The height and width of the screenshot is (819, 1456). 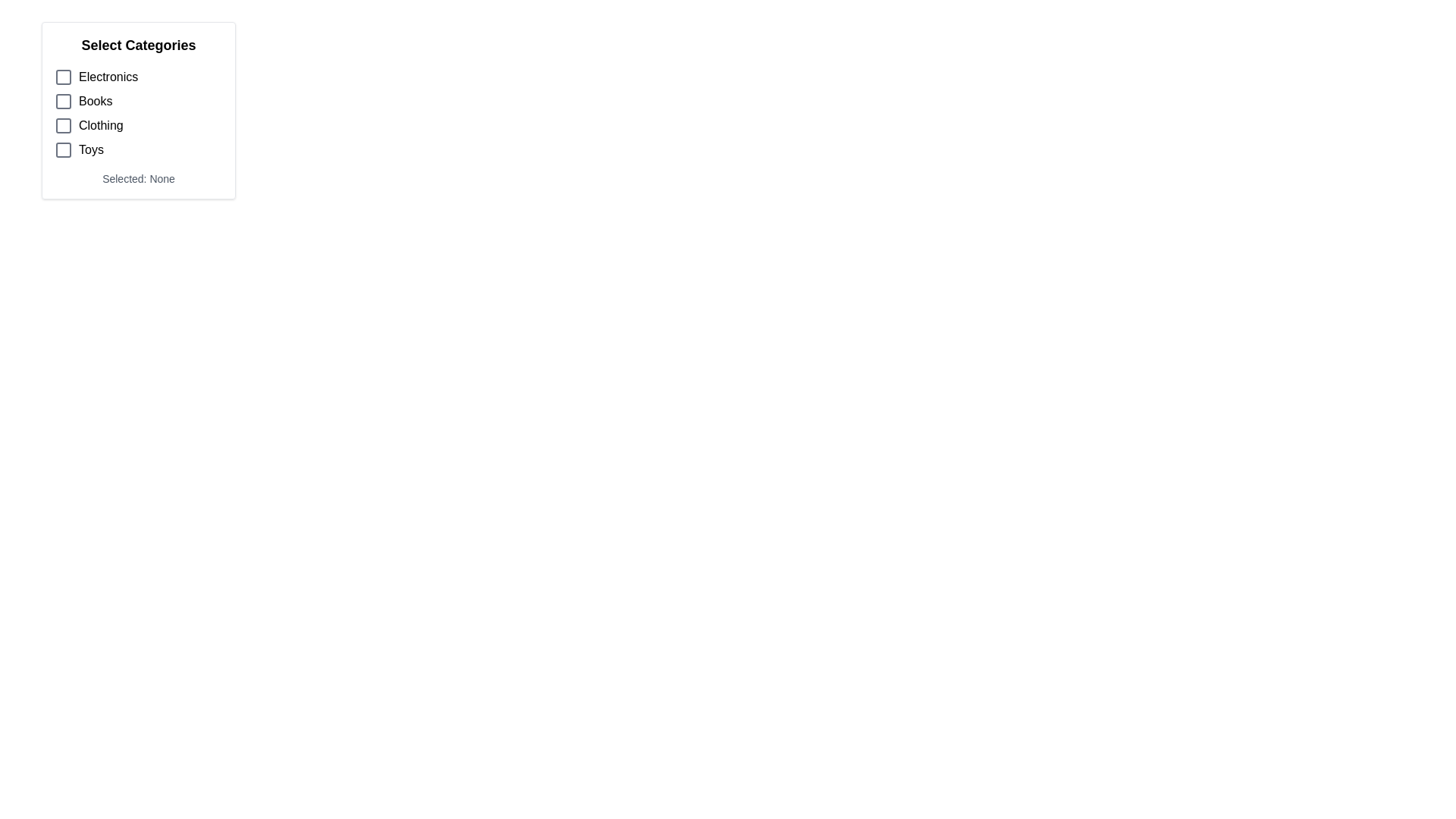 I want to click on descriptive label text of the third item in the vertical list of options under 'Select Categories', which is located to the right of the checkbox icon, so click(x=100, y=124).